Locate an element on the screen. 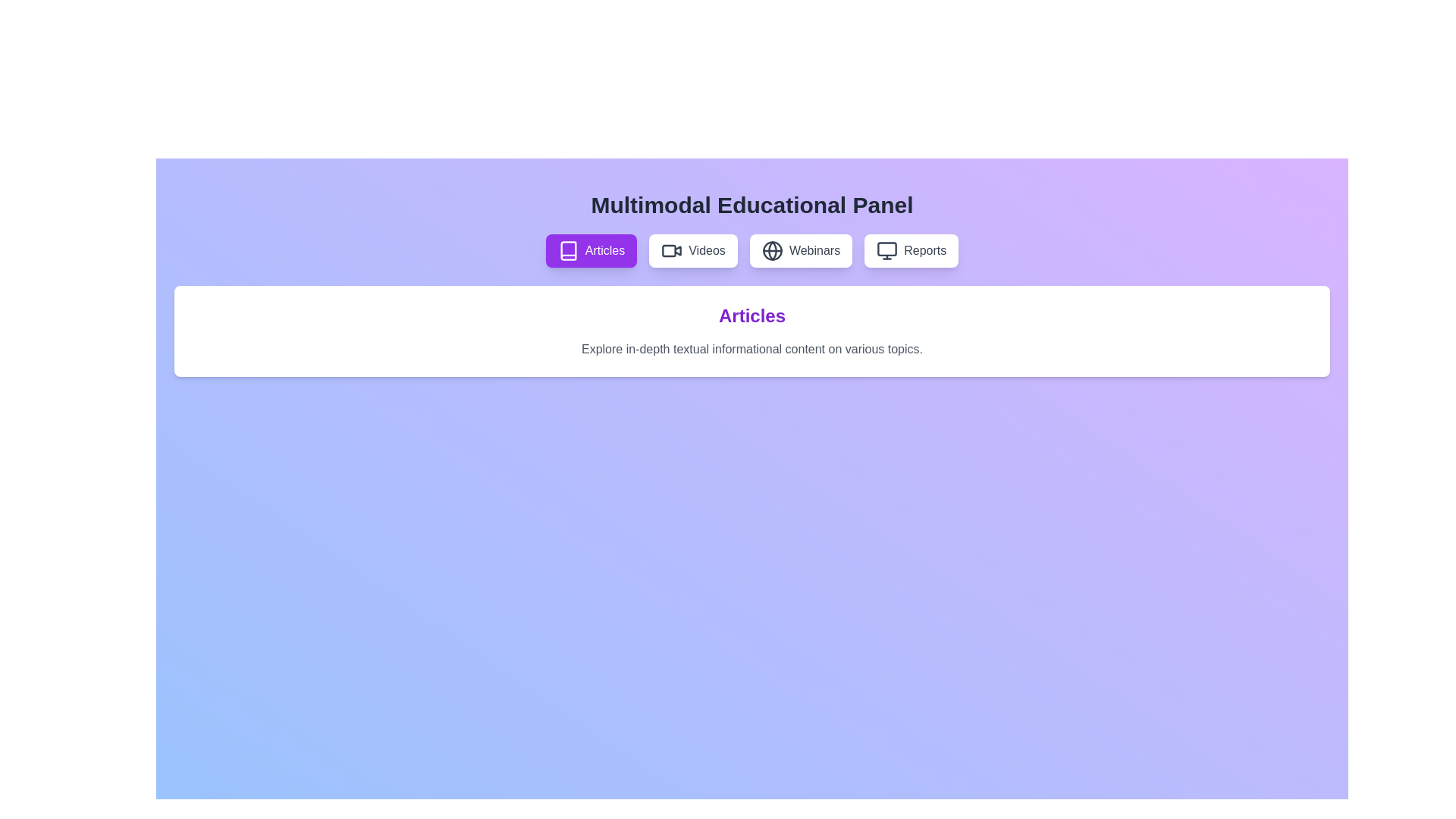  the 'Videos' button, which is the second button in a horizontal row of four, featuring a white background, gray text, and a video camera icon to the left is located at coordinates (692, 250).